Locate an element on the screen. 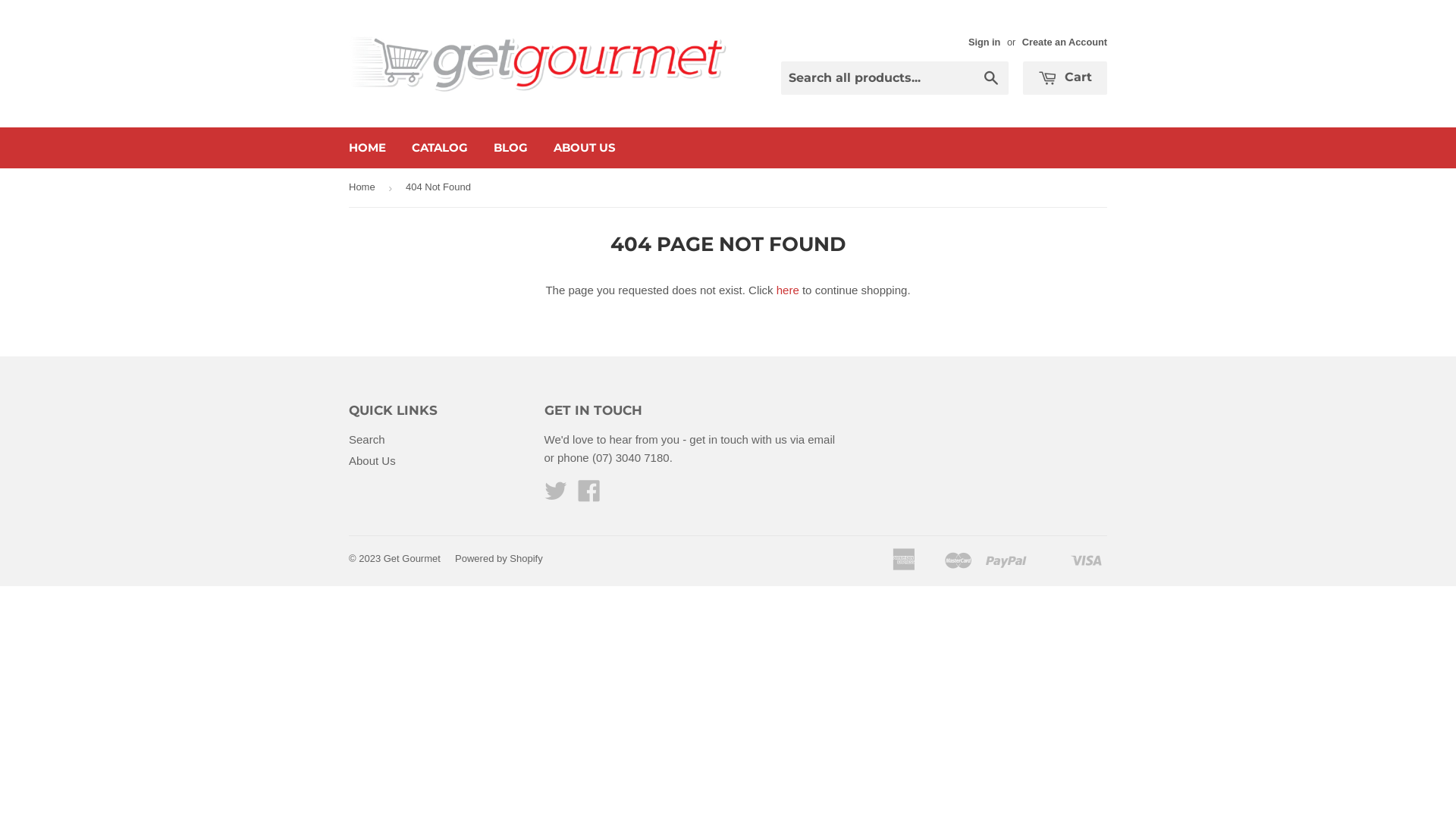  'Facebook' is located at coordinates (588, 495).